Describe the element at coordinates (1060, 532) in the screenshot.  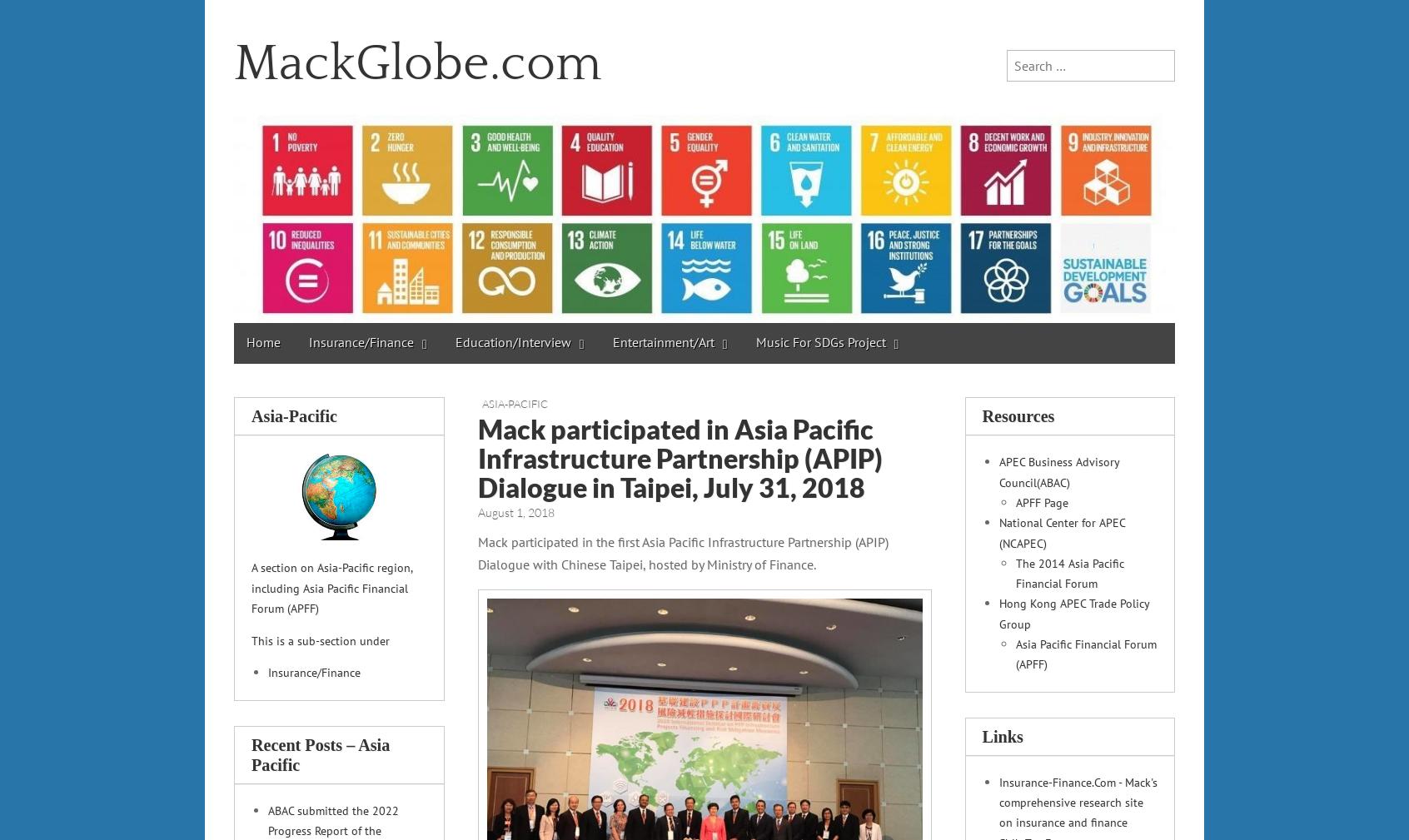
I see `'National Center for APEC (NCAPEC)'` at that location.